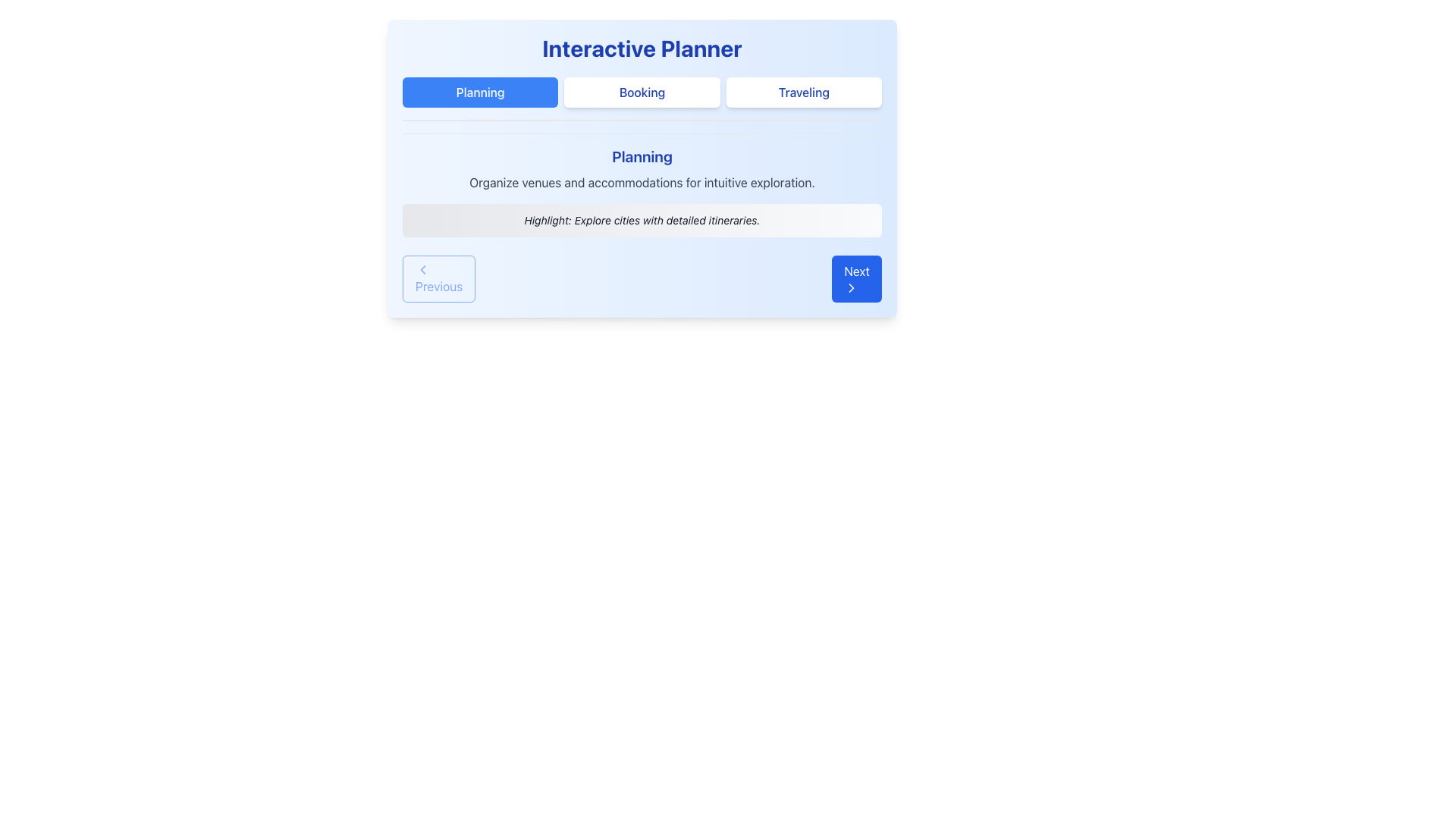  I want to click on the 'Next' button containing the right-facing chevron icon, which is styled with a transparent background and white lines, positioned at the bottom-right of the main interface, so click(852, 288).